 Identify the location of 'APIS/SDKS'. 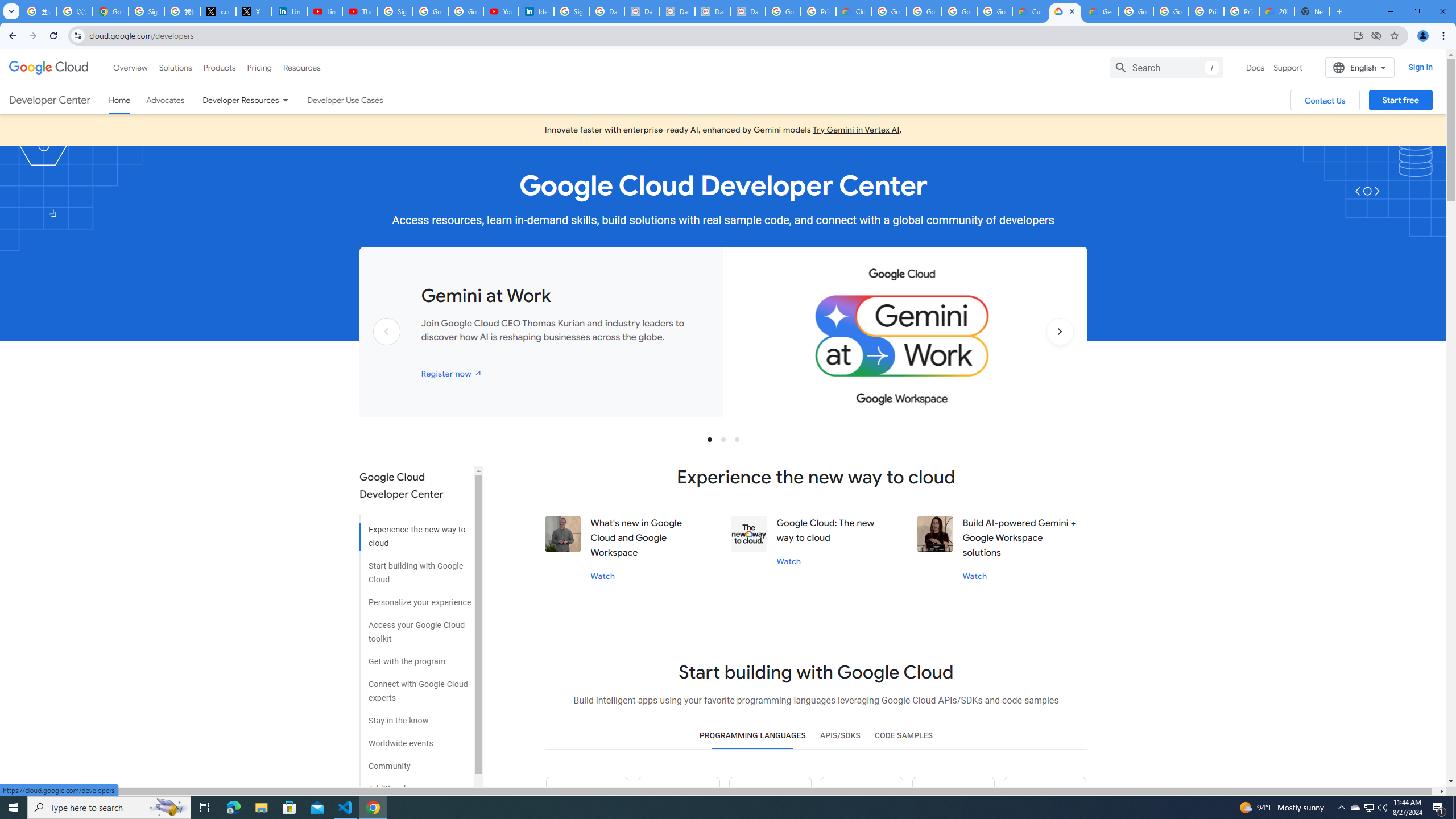
(839, 735).